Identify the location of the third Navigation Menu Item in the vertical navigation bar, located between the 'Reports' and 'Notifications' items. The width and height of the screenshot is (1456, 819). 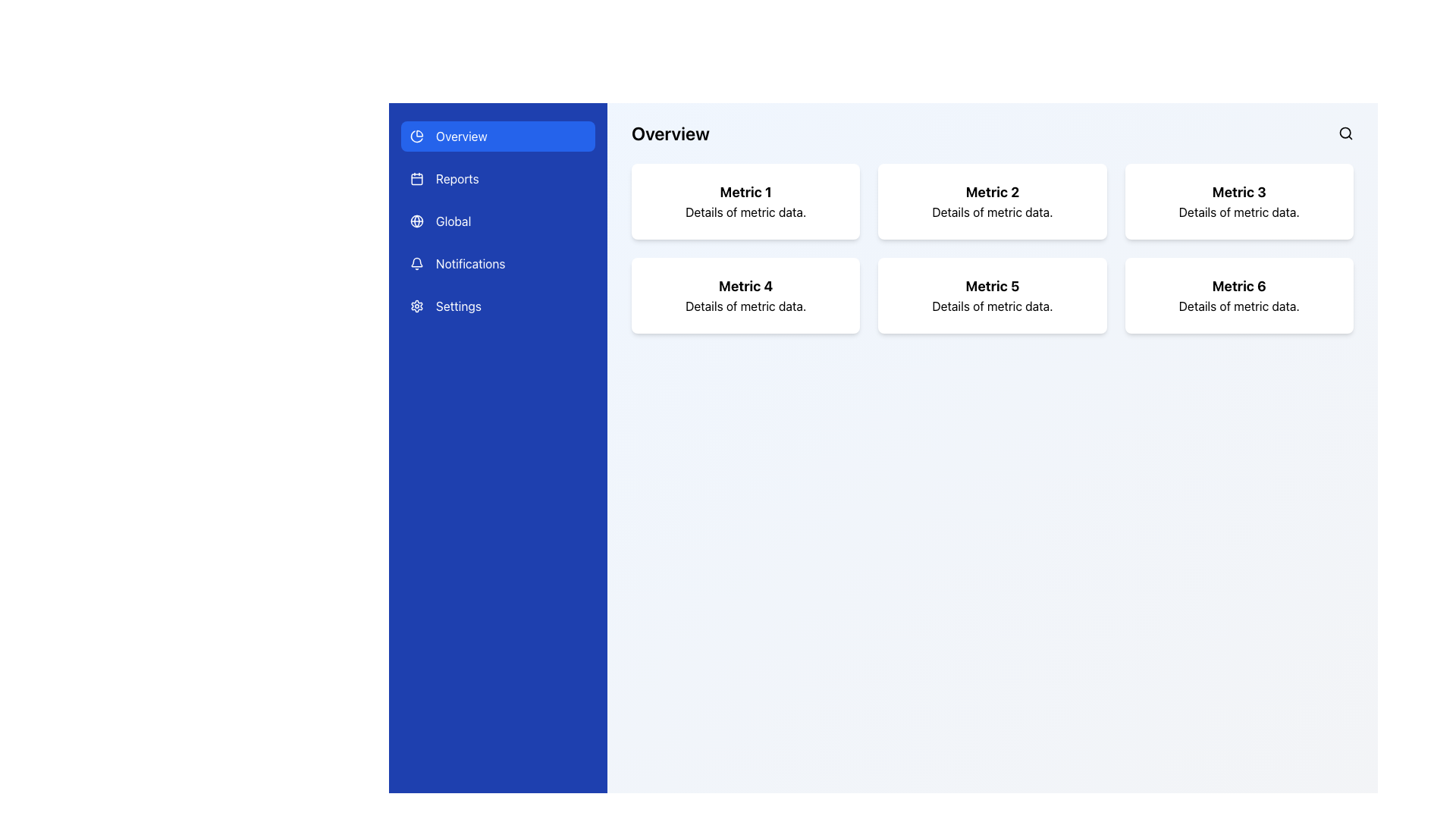
(498, 221).